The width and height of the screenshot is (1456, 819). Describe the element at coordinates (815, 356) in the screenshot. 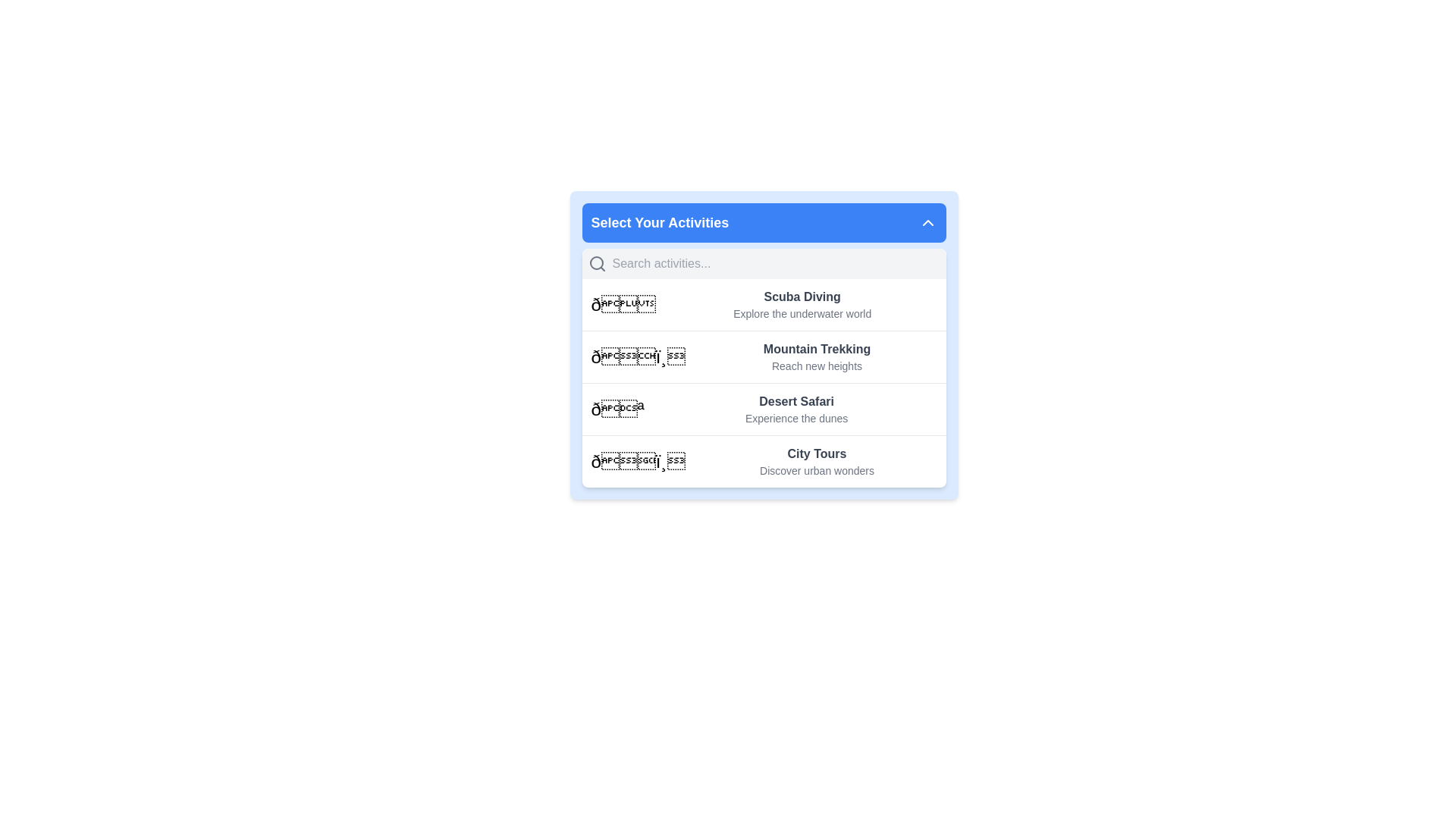

I see `the informational text block displaying 'Mountain Trekking' which is positioned centrally below 'Scuba Diving' and above 'Desert Safari' in the 'Select Your Activities' section` at that location.